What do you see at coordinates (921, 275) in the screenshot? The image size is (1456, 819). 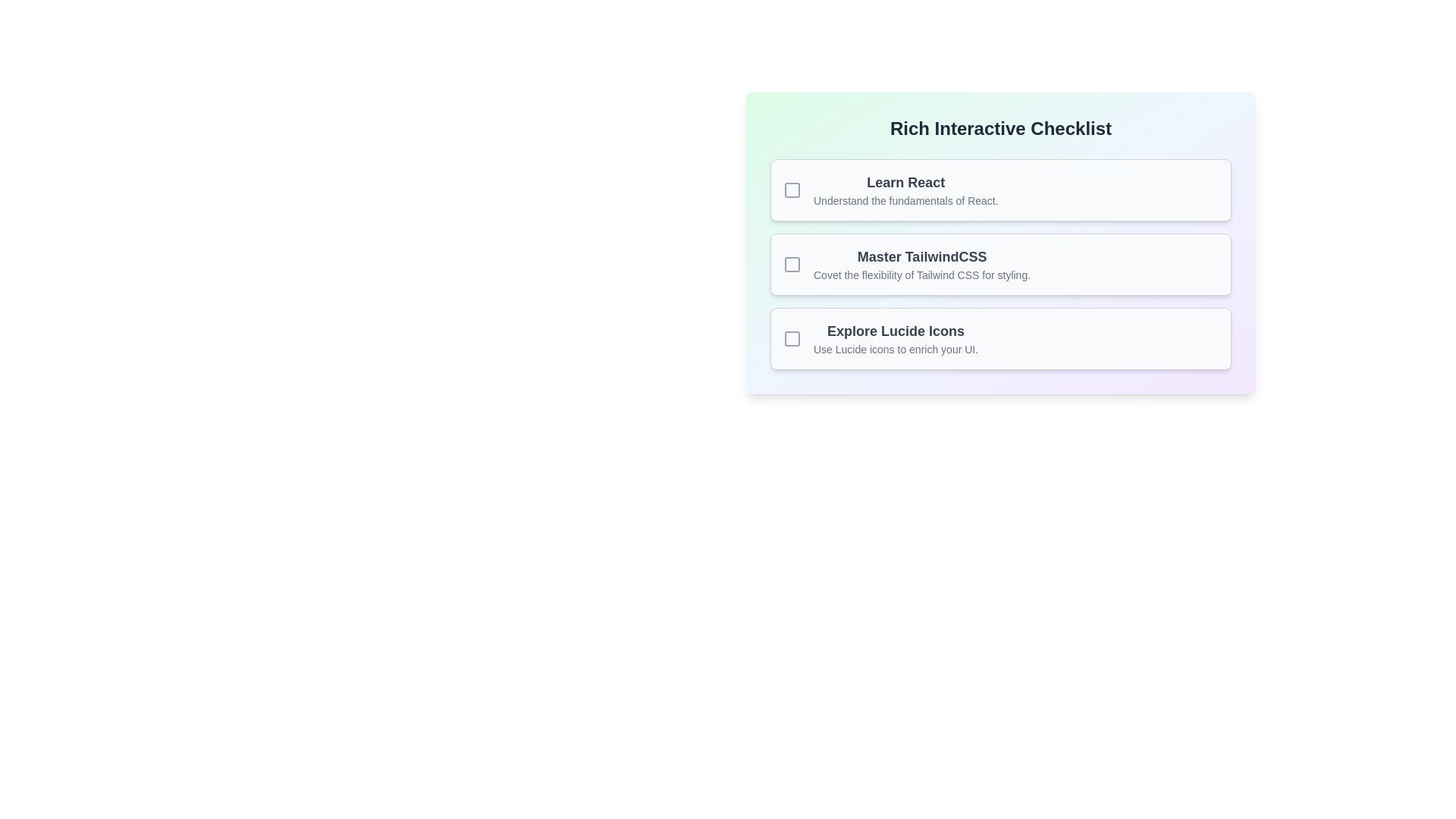 I see `the static text that reads 'Covet the flexibility of Tailwind CSS for styling.' located within the 'Master TailwindCSS' section, directly below the heading 'Master TailwindCSS'` at bounding box center [921, 275].